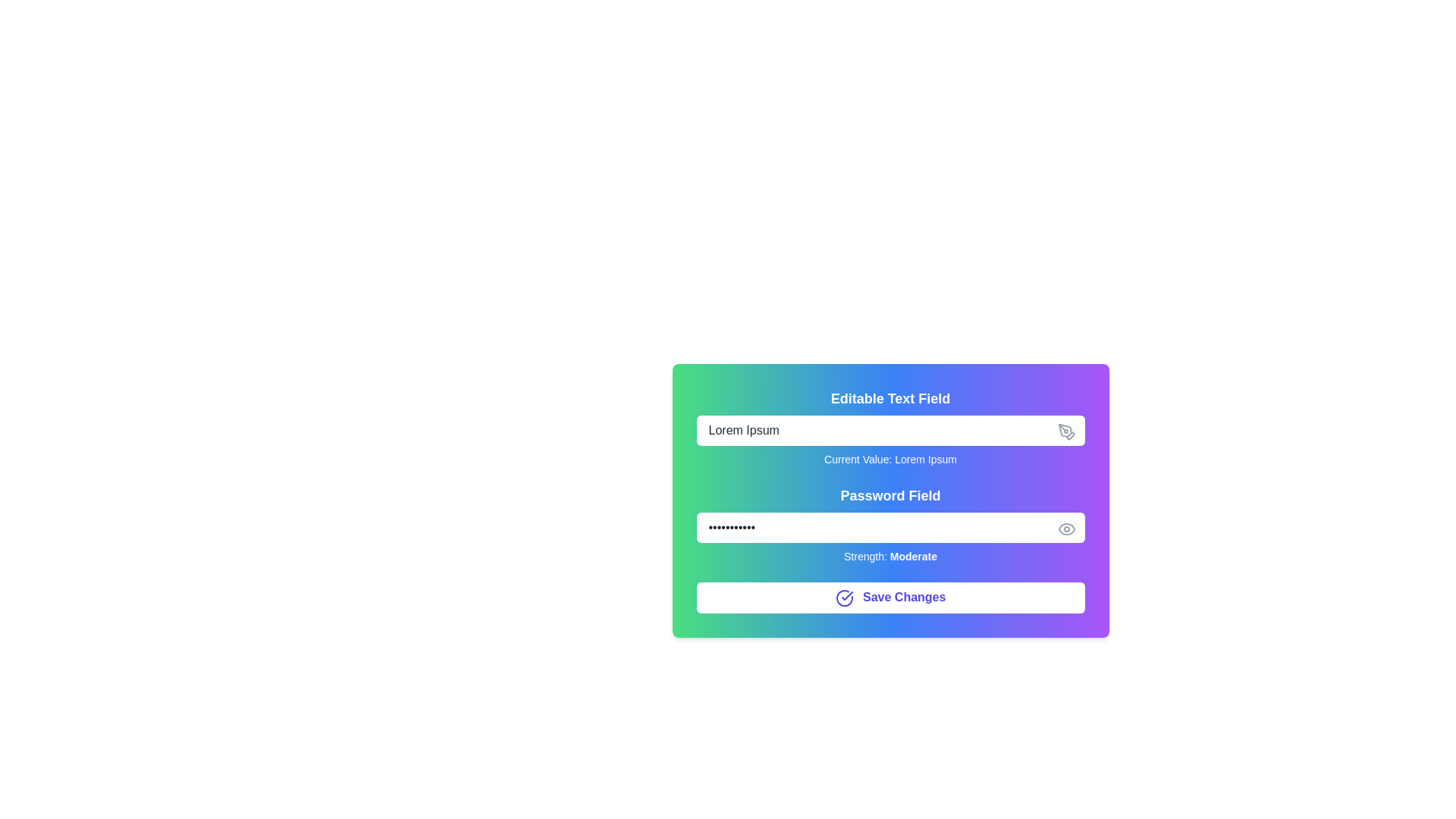 This screenshot has height=819, width=1456. What do you see at coordinates (1065, 432) in the screenshot?
I see `the small gray icon button resembling a pen tool located at the top-right corner of the white text input field to initiate edit mode` at bounding box center [1065, 432].